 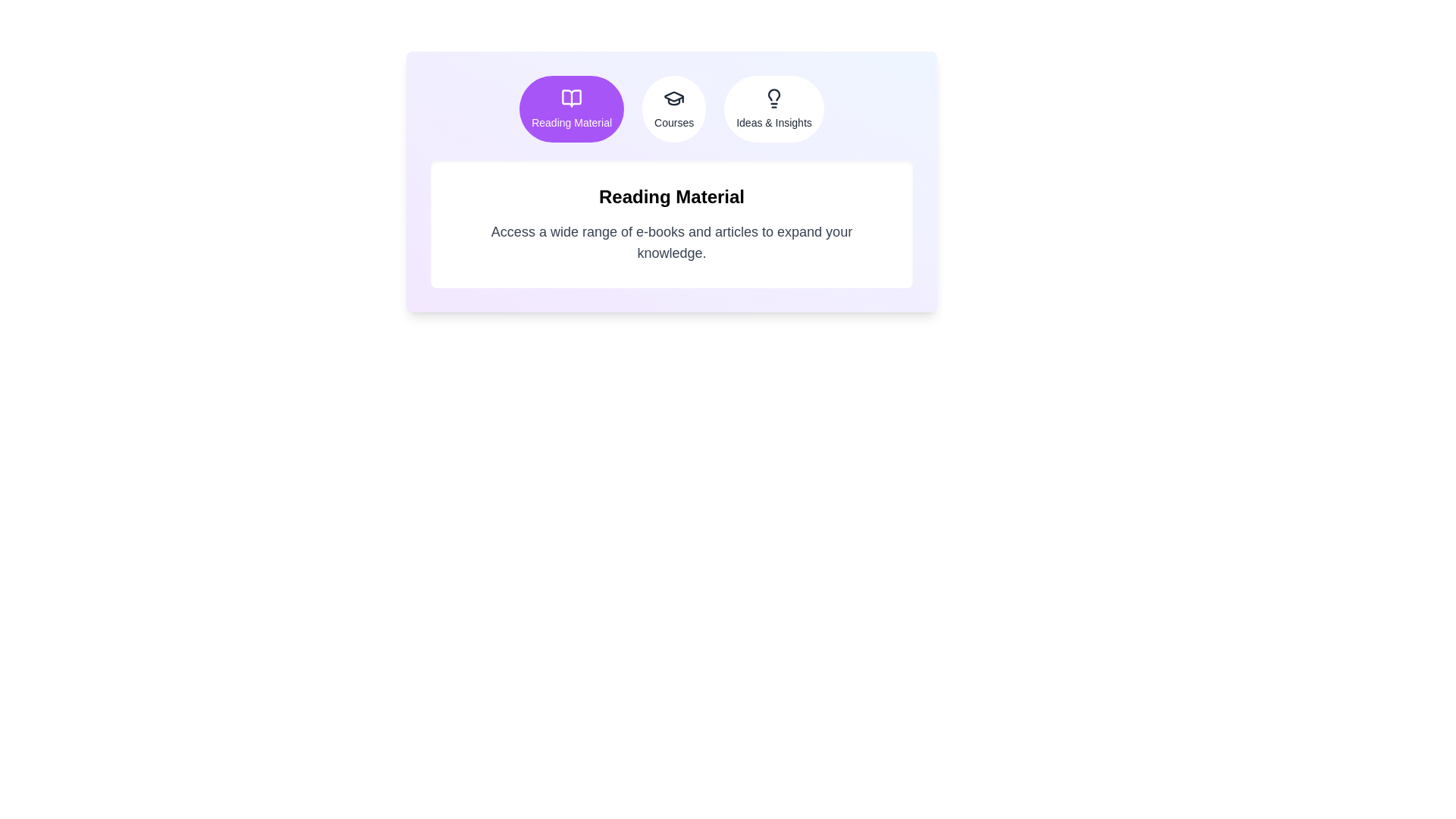 What do you see at coordinates (673, 108) in the screenshot?
I see `the Courses tab to view its content` at bounding box center [673, 108].